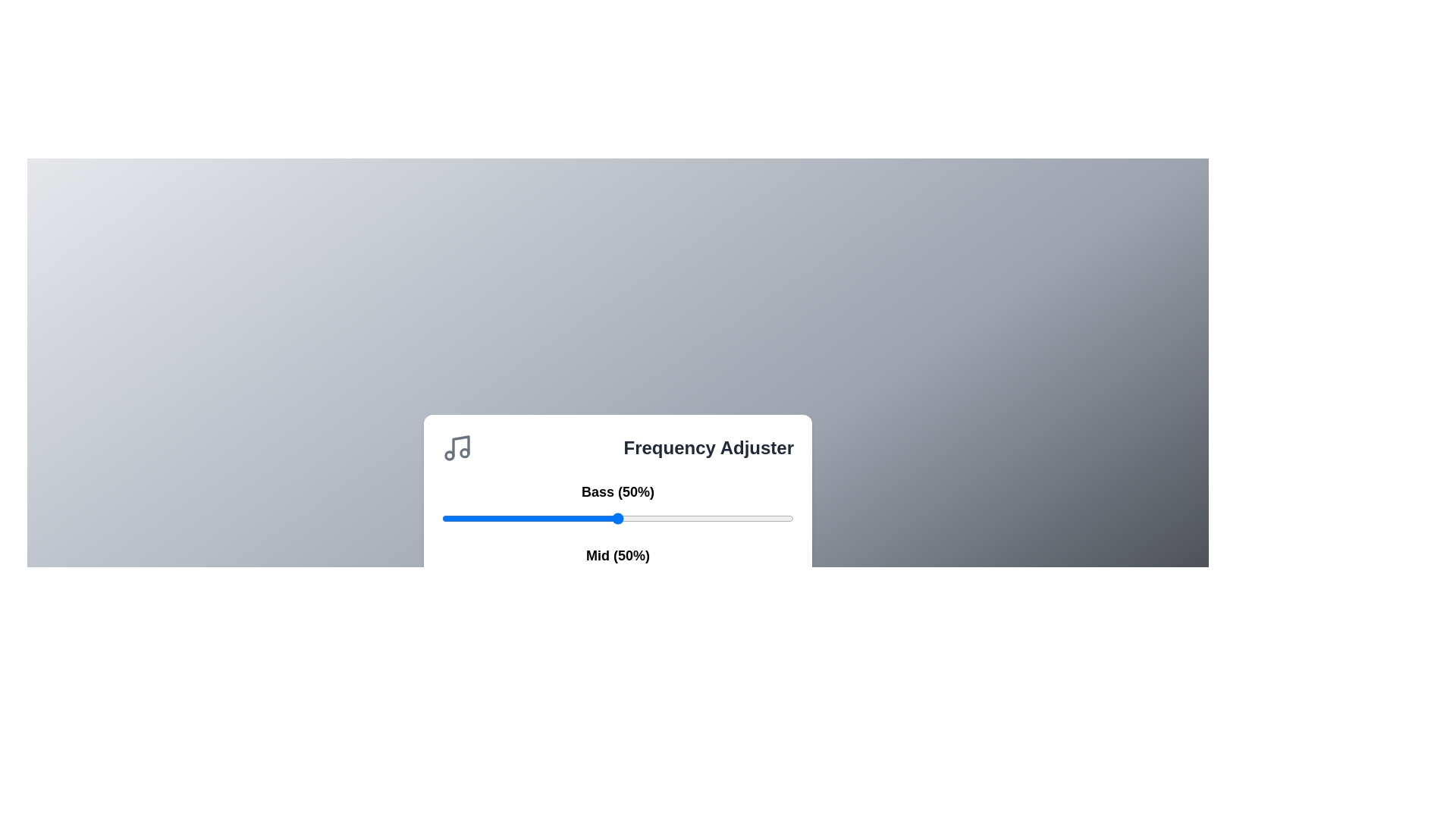 This screenshot has height=819, width=1456. What do you see at coordinates (457, 447) in the screenshot?
I see `the music icon` at bounding box center [457, 447].